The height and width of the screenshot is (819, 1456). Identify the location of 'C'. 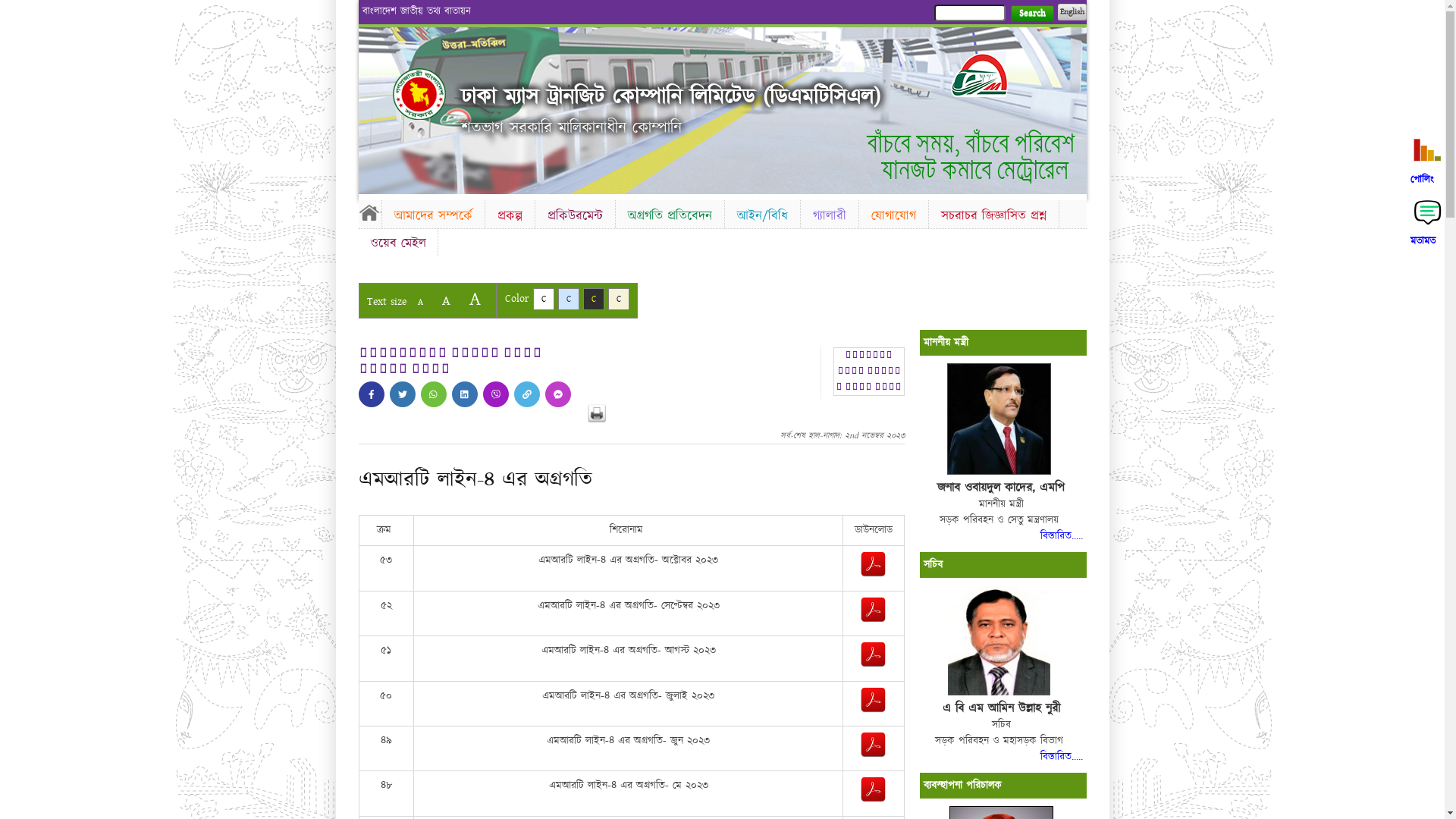
(592, 299).